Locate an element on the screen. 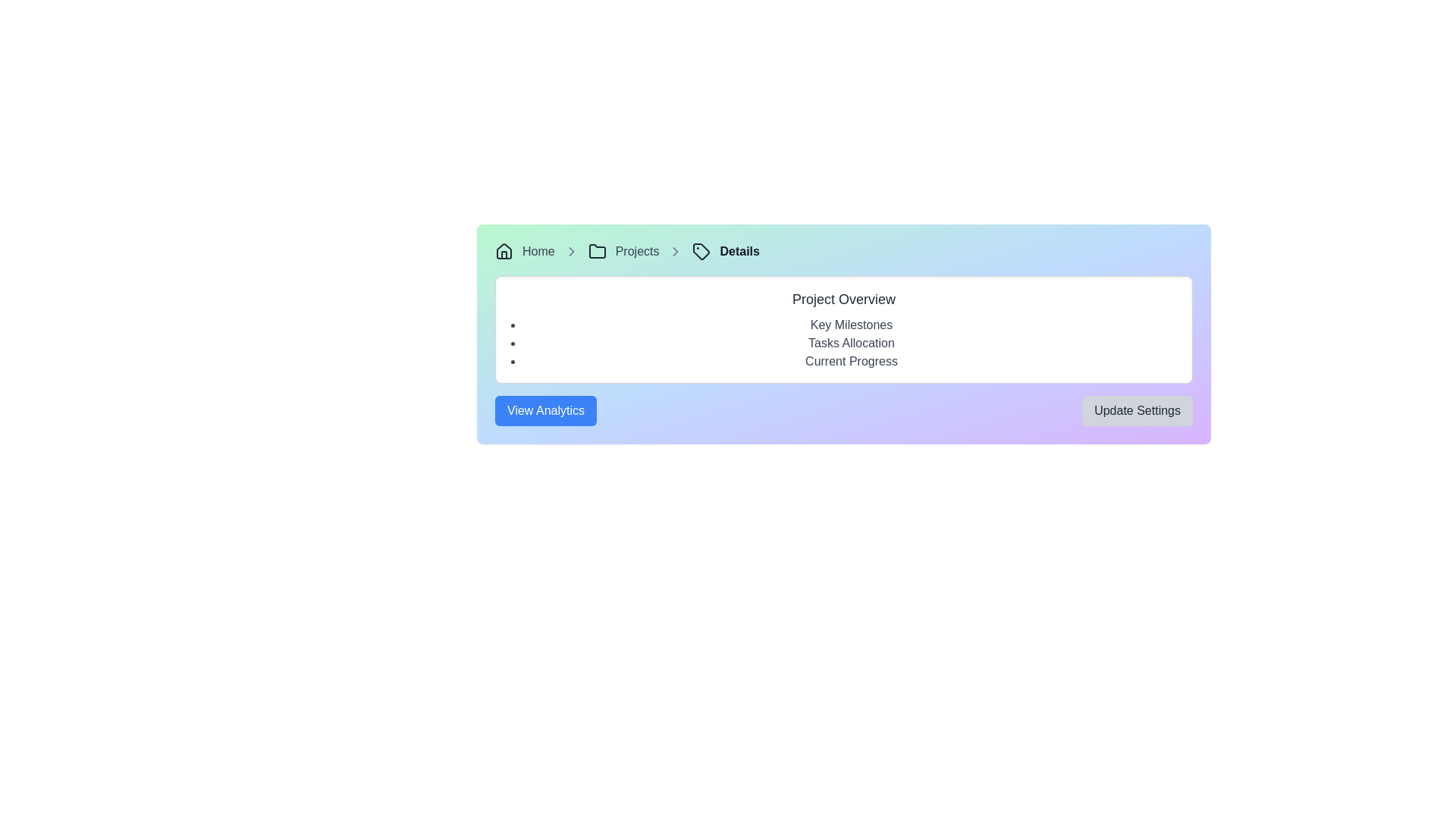 The height and width of the screenshot is (819, 1456). the text label 'Project Overview' which is styled in bold, medium size, and dark gray color, positioned at the top of the project details section is located at coordinates (843, 299).